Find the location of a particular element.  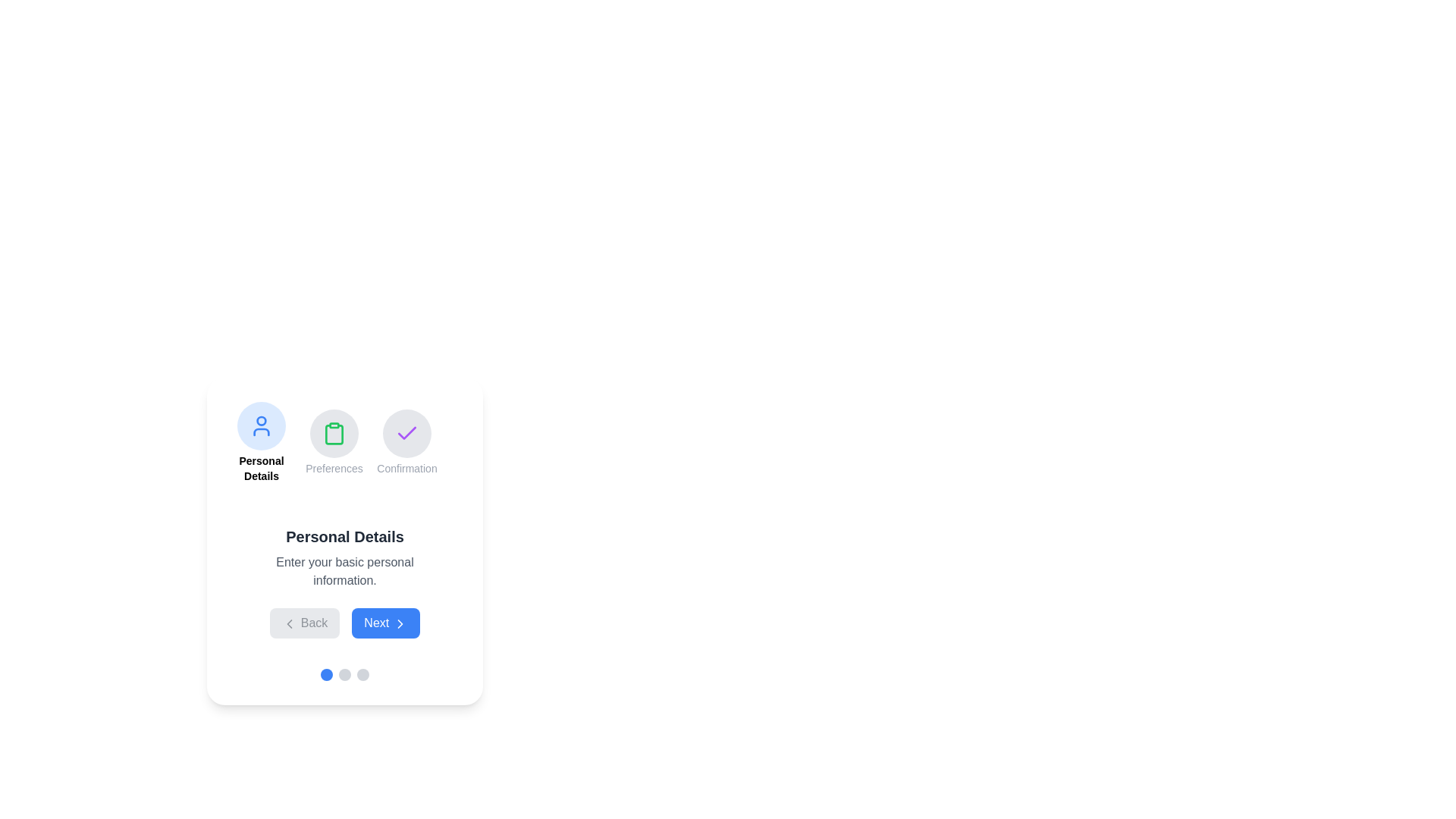

the chevron arrow icon located on the right side of the 'Next' button, which is a blue rounded rectangle containing the text 'Next' is located at coordinates (400, 623).